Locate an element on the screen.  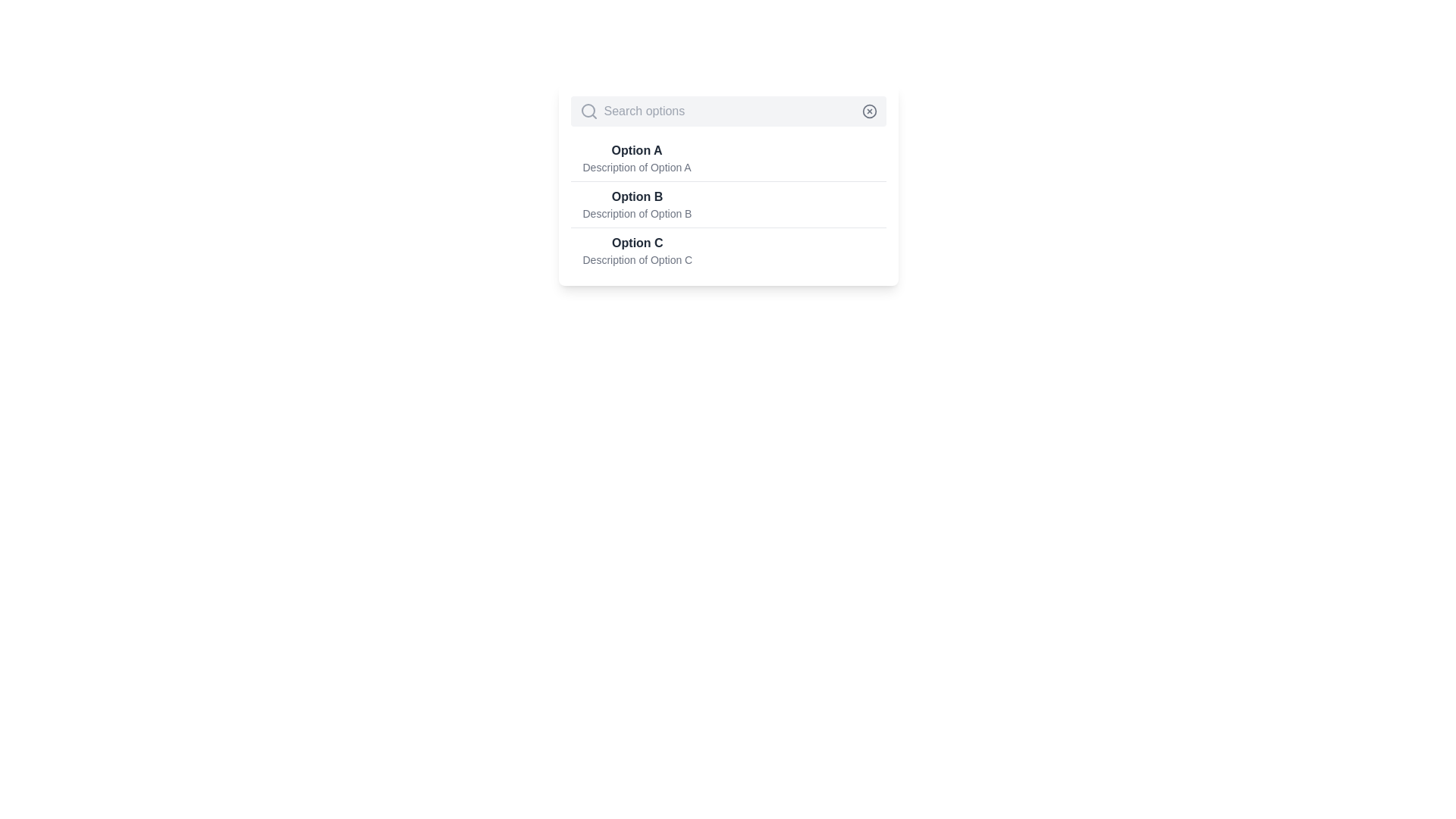
the small-sized text label displaying 'Description of Option A', which is styled in gray and located directly below the bolded 'Option A' label is located at coordinates (637, 167).